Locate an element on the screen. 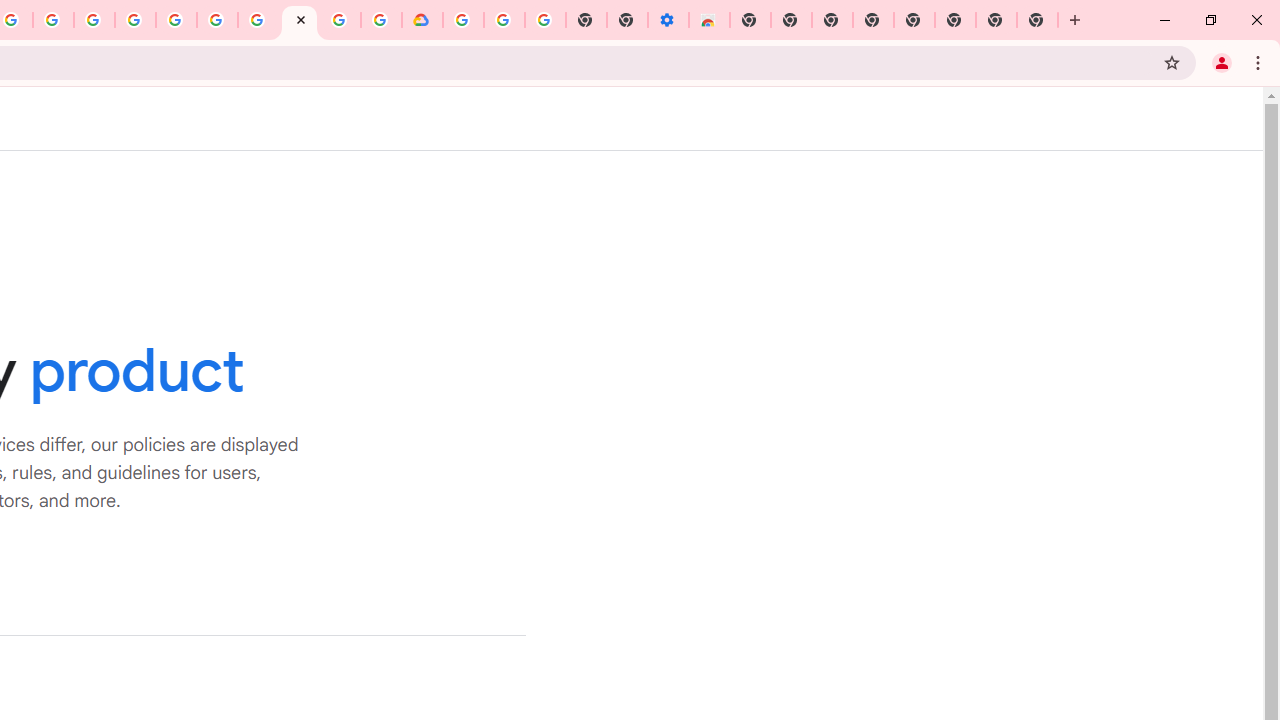  'Create your Google Account' is located at coordinates (53, 20).